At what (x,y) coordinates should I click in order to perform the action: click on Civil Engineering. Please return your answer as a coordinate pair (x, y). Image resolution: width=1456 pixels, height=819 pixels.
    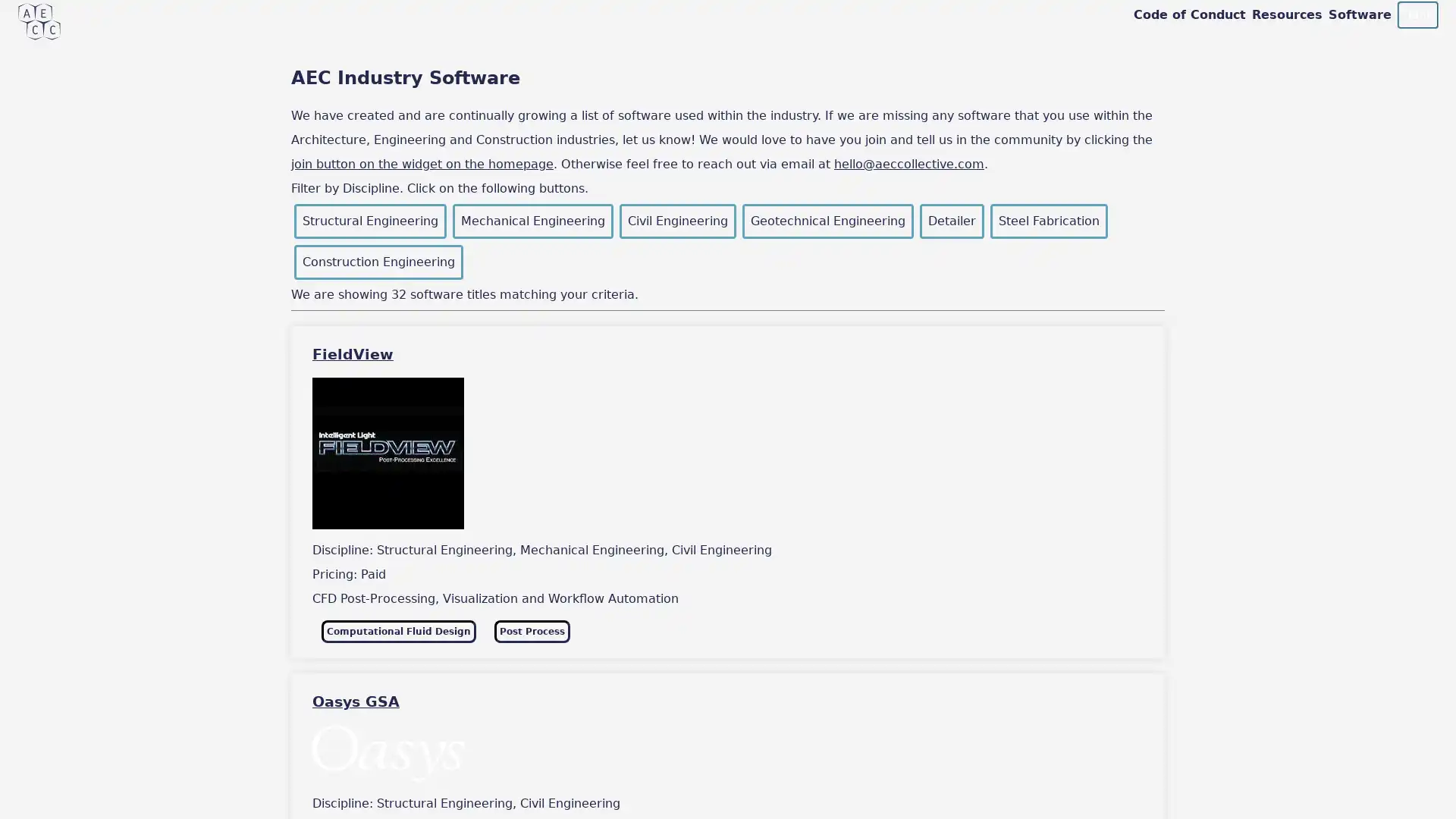
    Looking at the image, I should click on (676, 221).